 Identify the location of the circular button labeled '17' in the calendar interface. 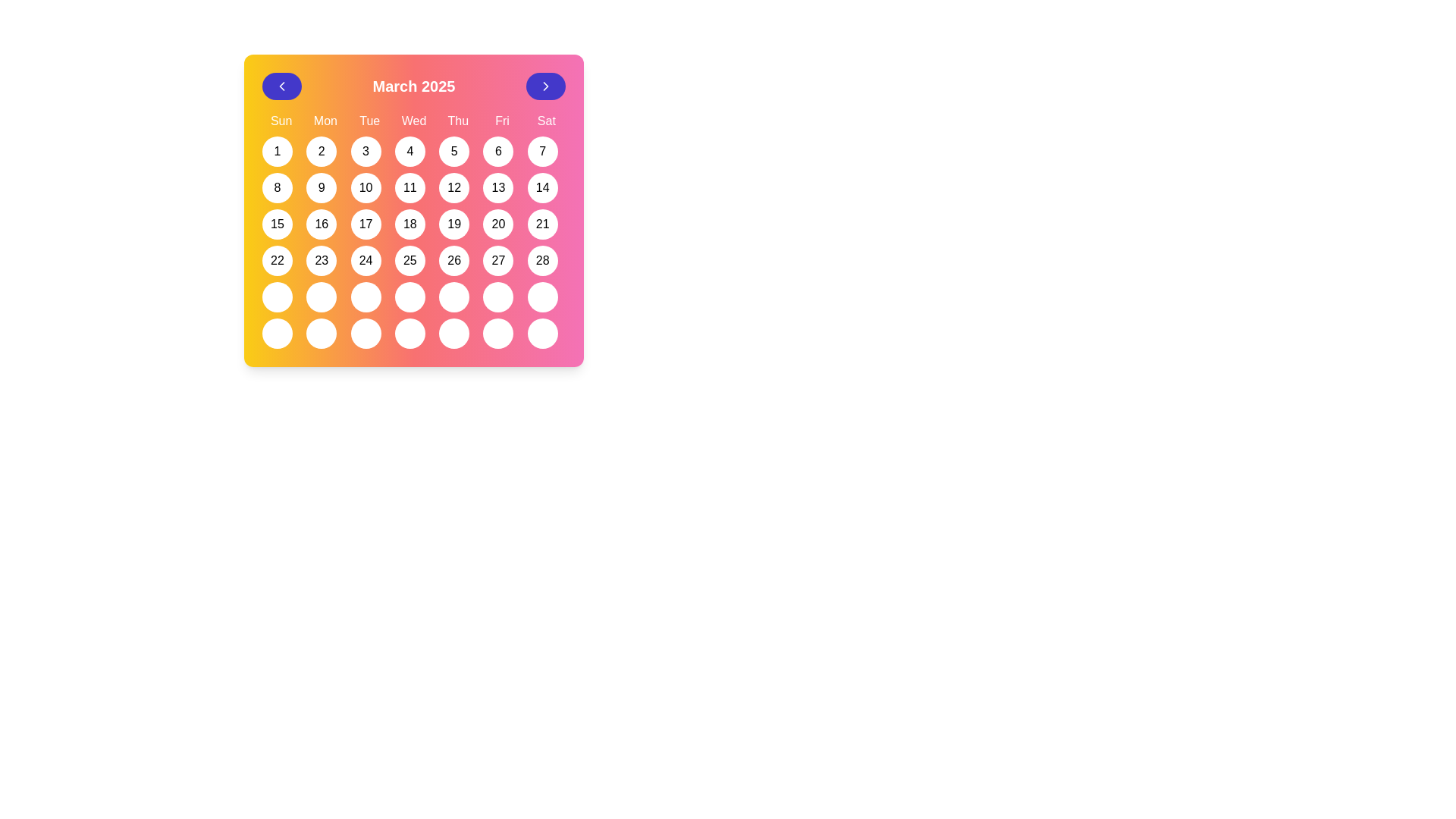
(366, 224).